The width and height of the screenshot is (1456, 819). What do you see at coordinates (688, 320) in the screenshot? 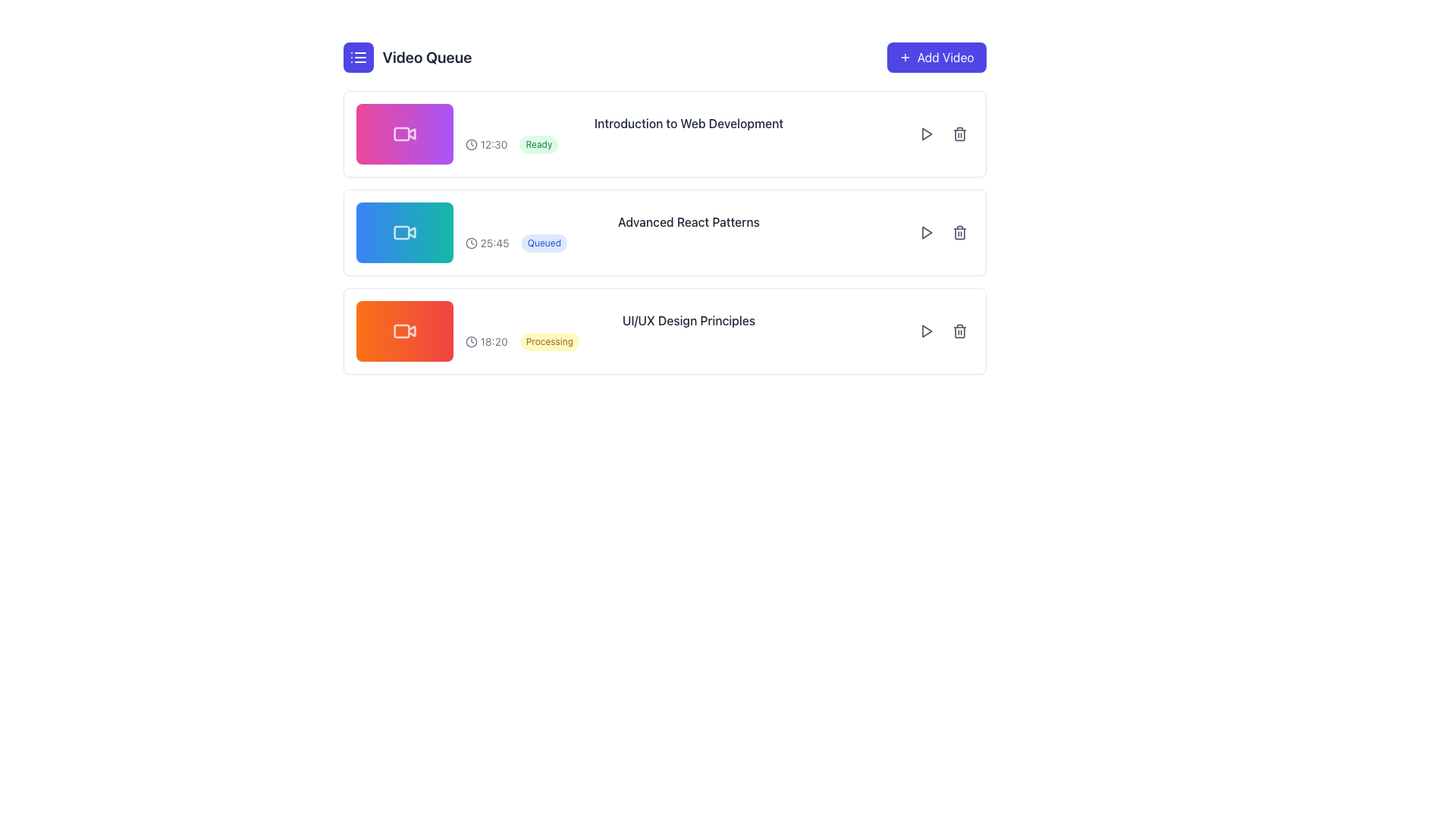
I see `the text label displaying 'UI/UX Design Principles', which is styled with a medium-weight font and gray color, located in the lower section of the interface within the third video row` at bounding box center [688, 320].